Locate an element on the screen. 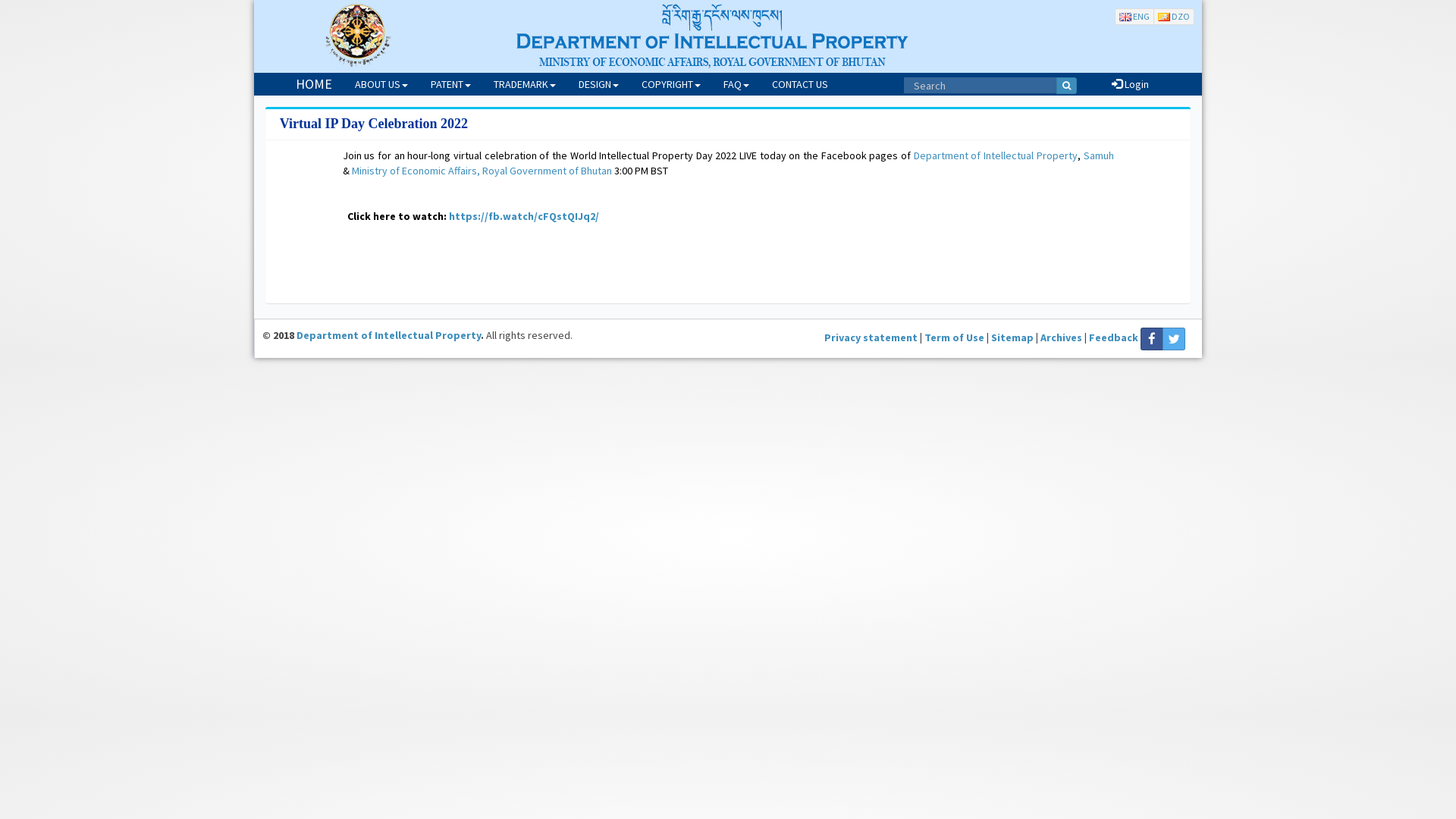 The width and height of the screenshot is (1456, 819). 'DESIGN' is located at coordinates (598, 84).